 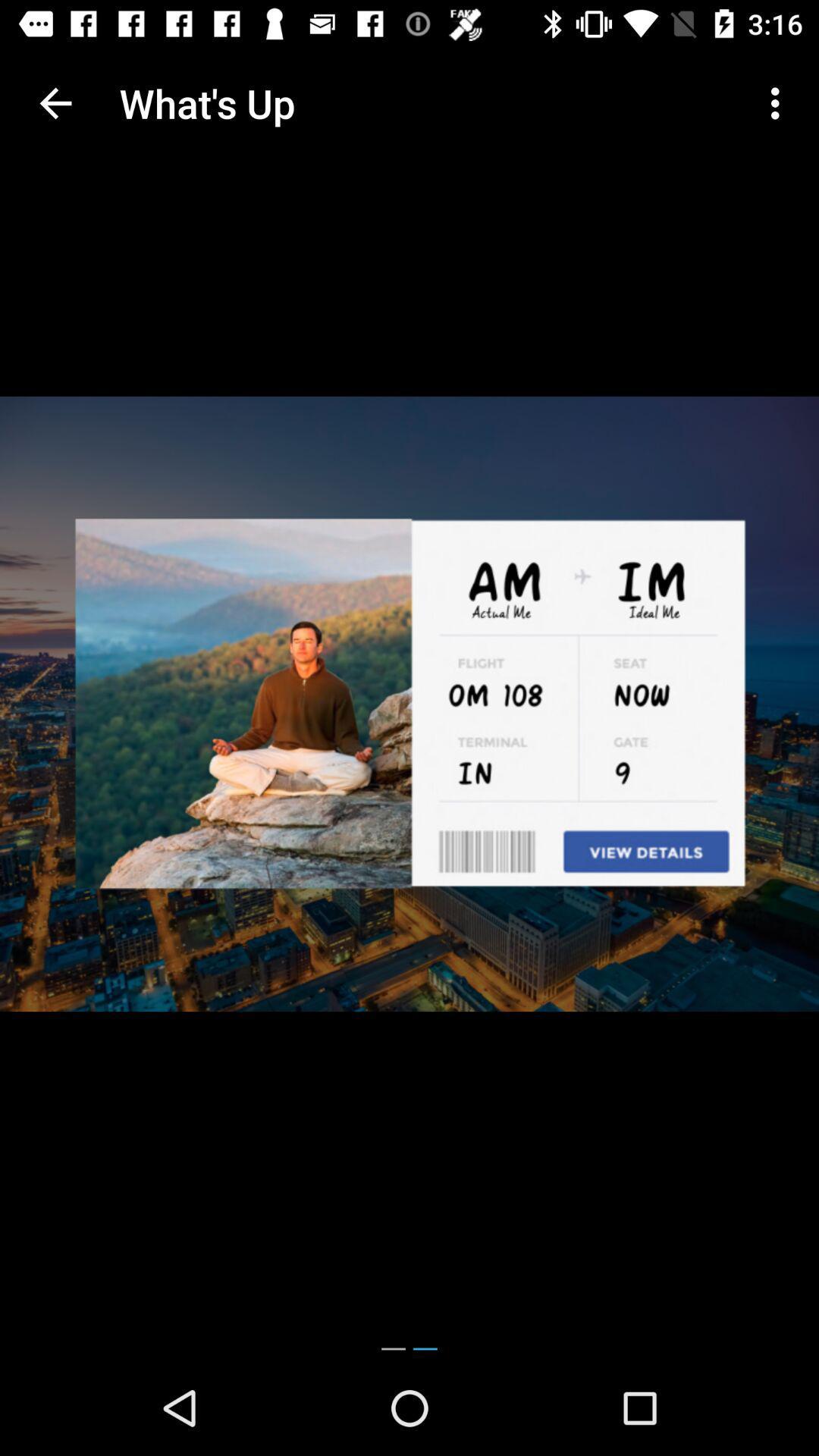 I want to click on app next to what's up item, so click(x=779, y=102).